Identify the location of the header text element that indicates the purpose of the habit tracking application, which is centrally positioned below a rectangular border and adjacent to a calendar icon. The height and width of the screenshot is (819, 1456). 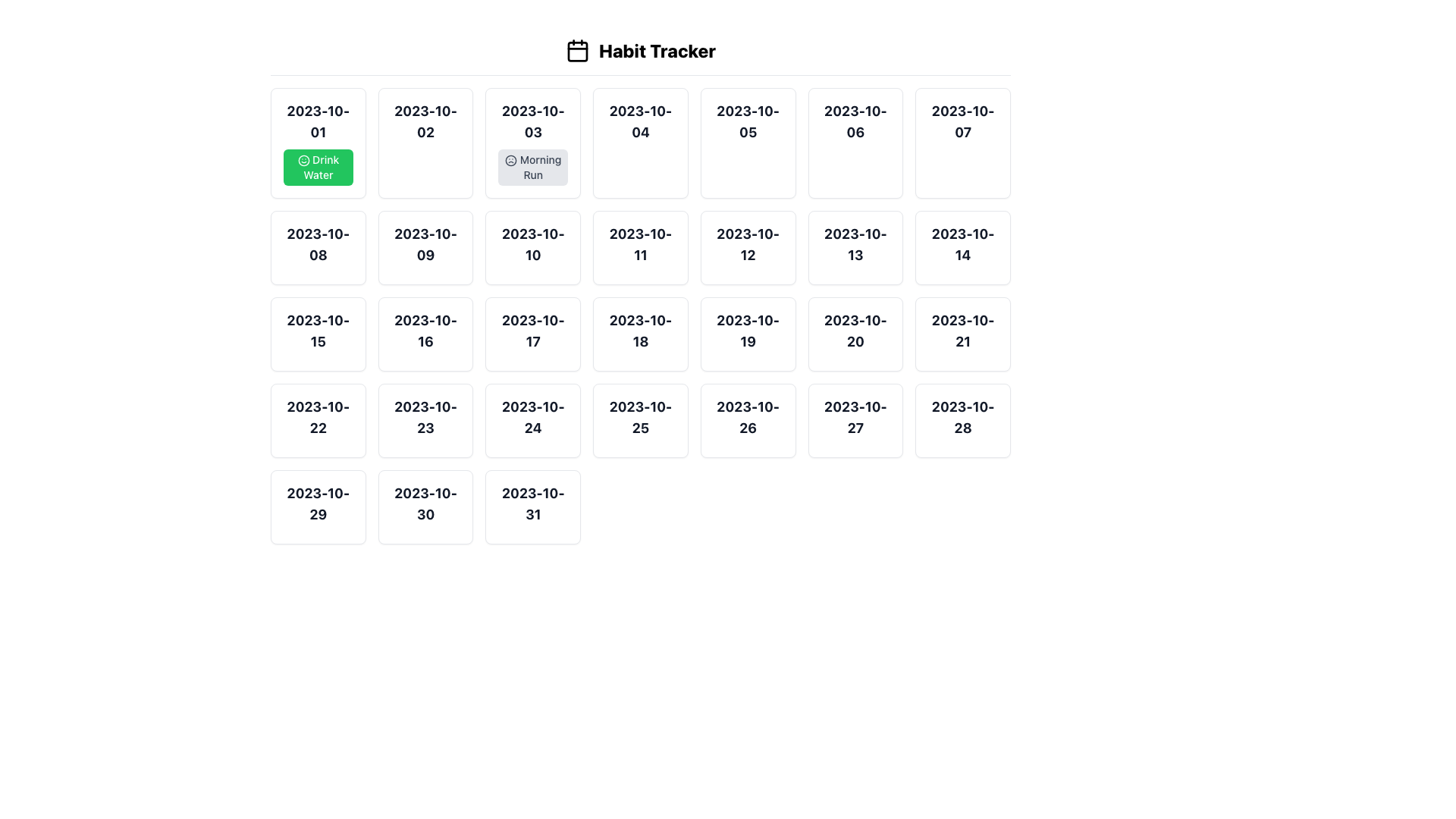
(640, 49).